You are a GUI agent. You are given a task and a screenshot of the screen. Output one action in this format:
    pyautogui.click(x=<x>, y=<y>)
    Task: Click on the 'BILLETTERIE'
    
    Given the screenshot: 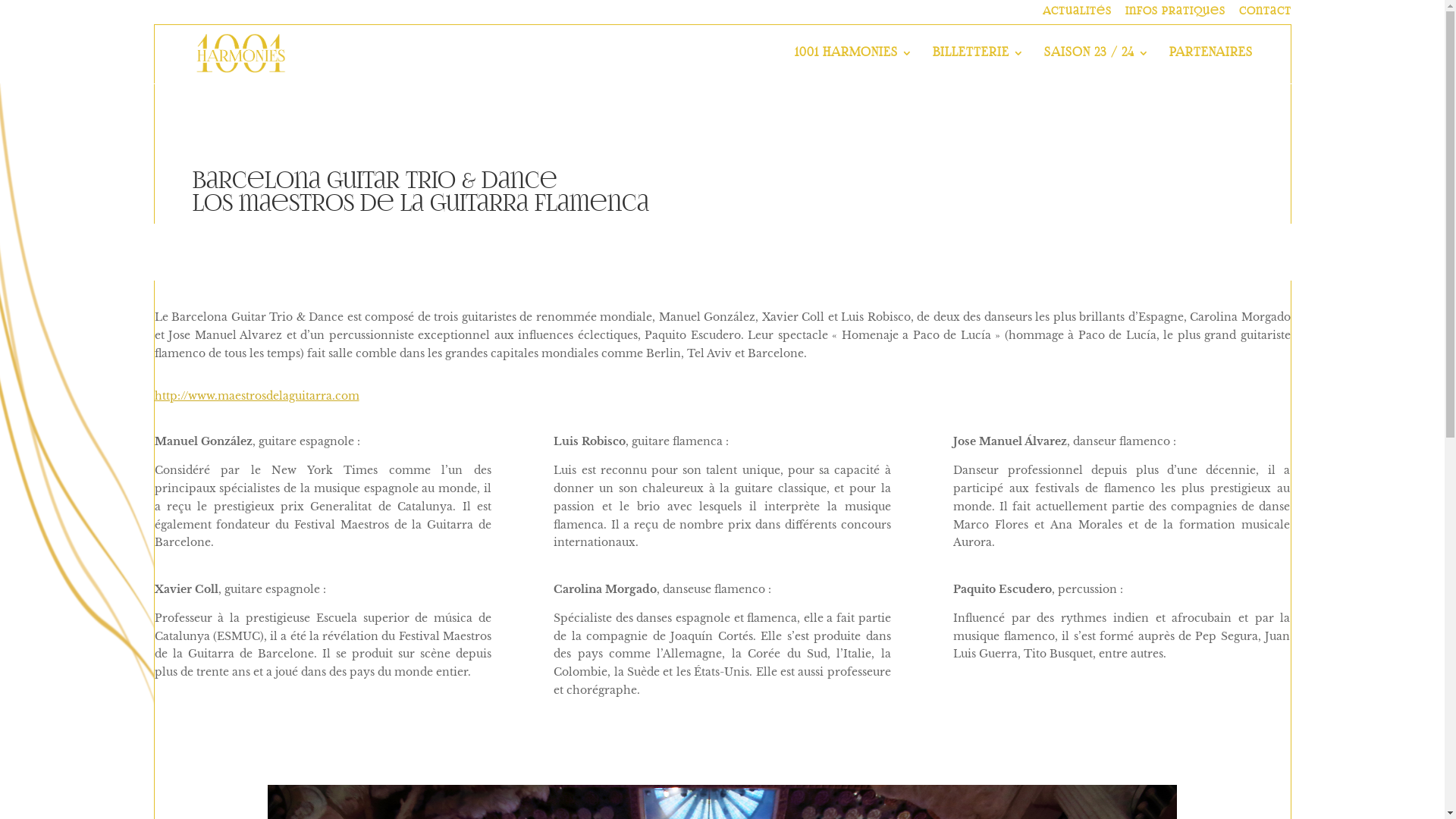 What is the action you would take?
    pyautogui.click(x=978, y=64)
    